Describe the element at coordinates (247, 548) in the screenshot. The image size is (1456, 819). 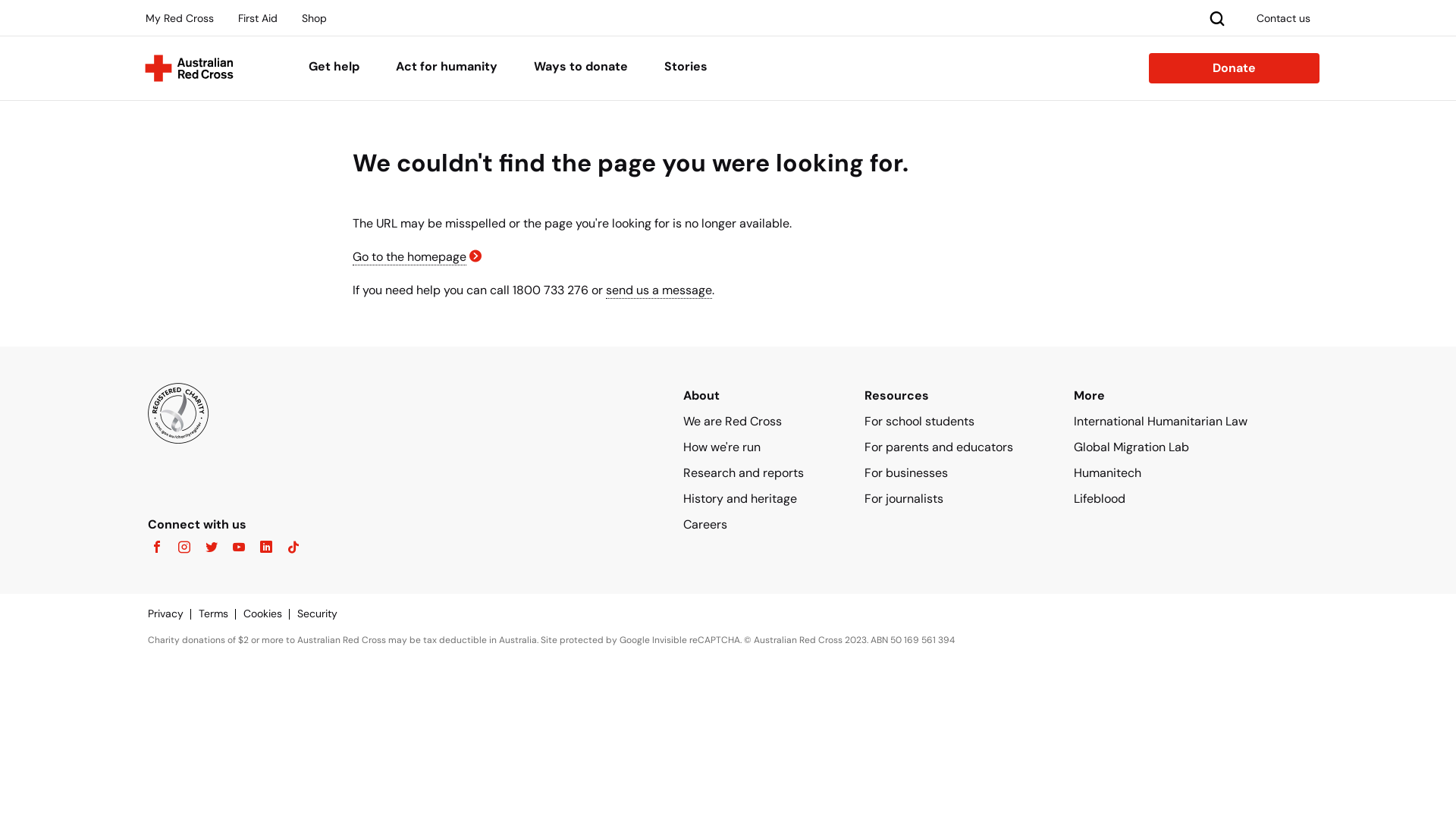
I see `'linkedin'` at that location.